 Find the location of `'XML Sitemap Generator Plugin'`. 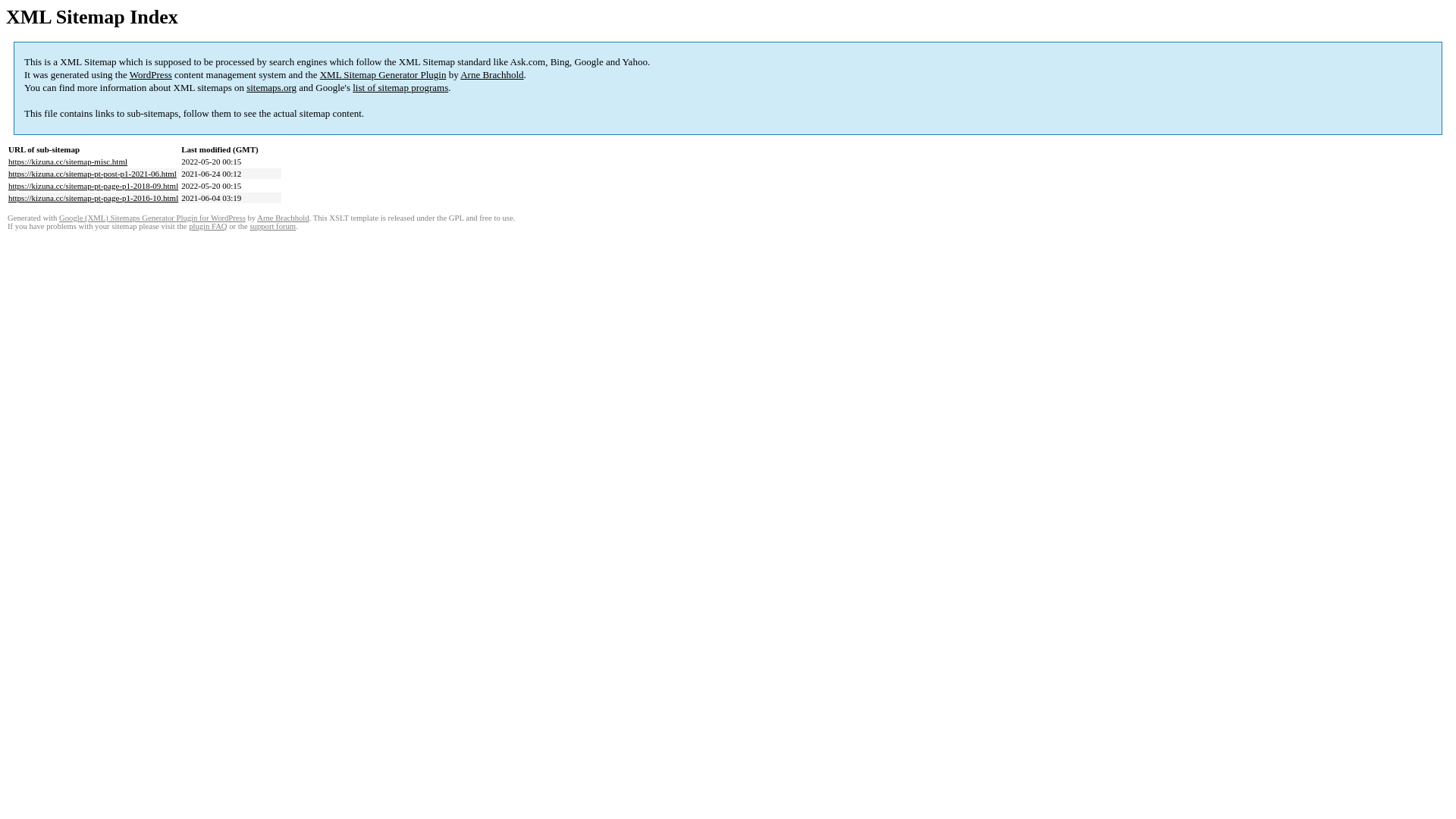

'XML Sitemap Generator Plugin' is located at coordinates (383, 74).